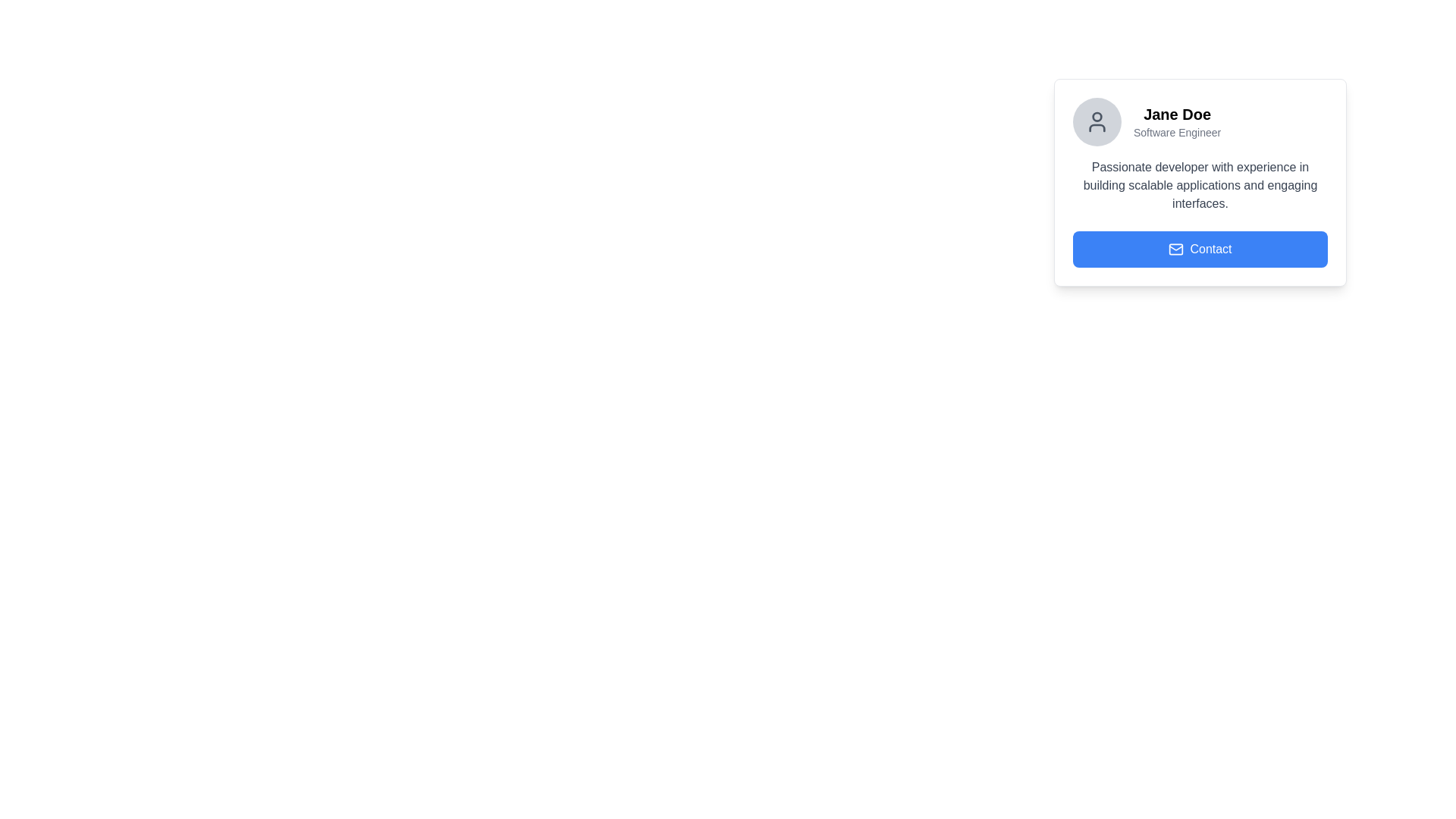 This screenshot has height=819, width=1456. What do you see at coordinates (1200, 181) in the screenshot?
I see `text for profile information from the Information Card displaying 'Jane Doe' as the name and 'Software Engineer' as the role, located at the specified coordinates` at bounding box center [1200, 181].